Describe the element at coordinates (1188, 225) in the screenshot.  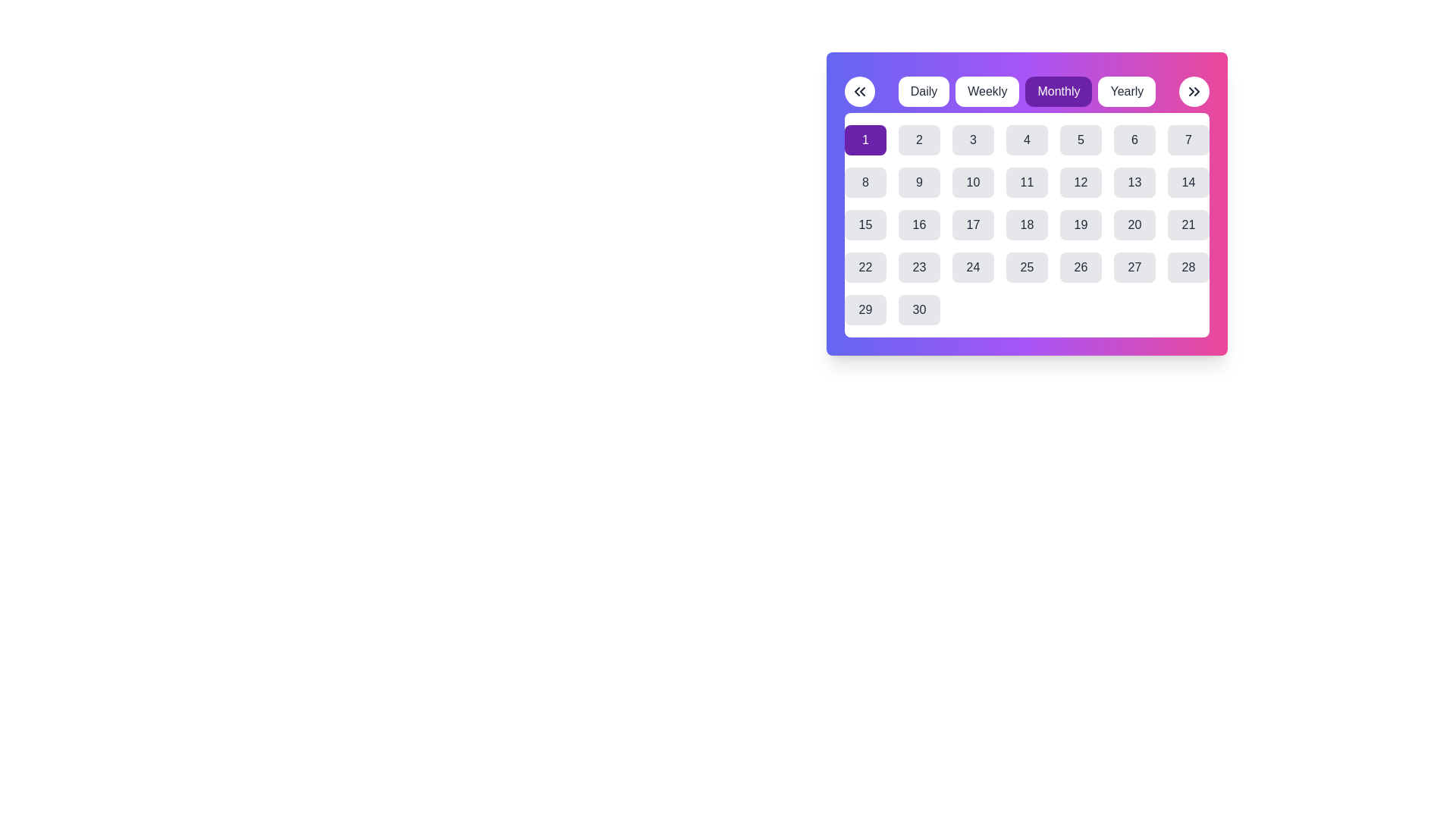
I see `the rounded rectangular button displaying the number '21'` at that location.